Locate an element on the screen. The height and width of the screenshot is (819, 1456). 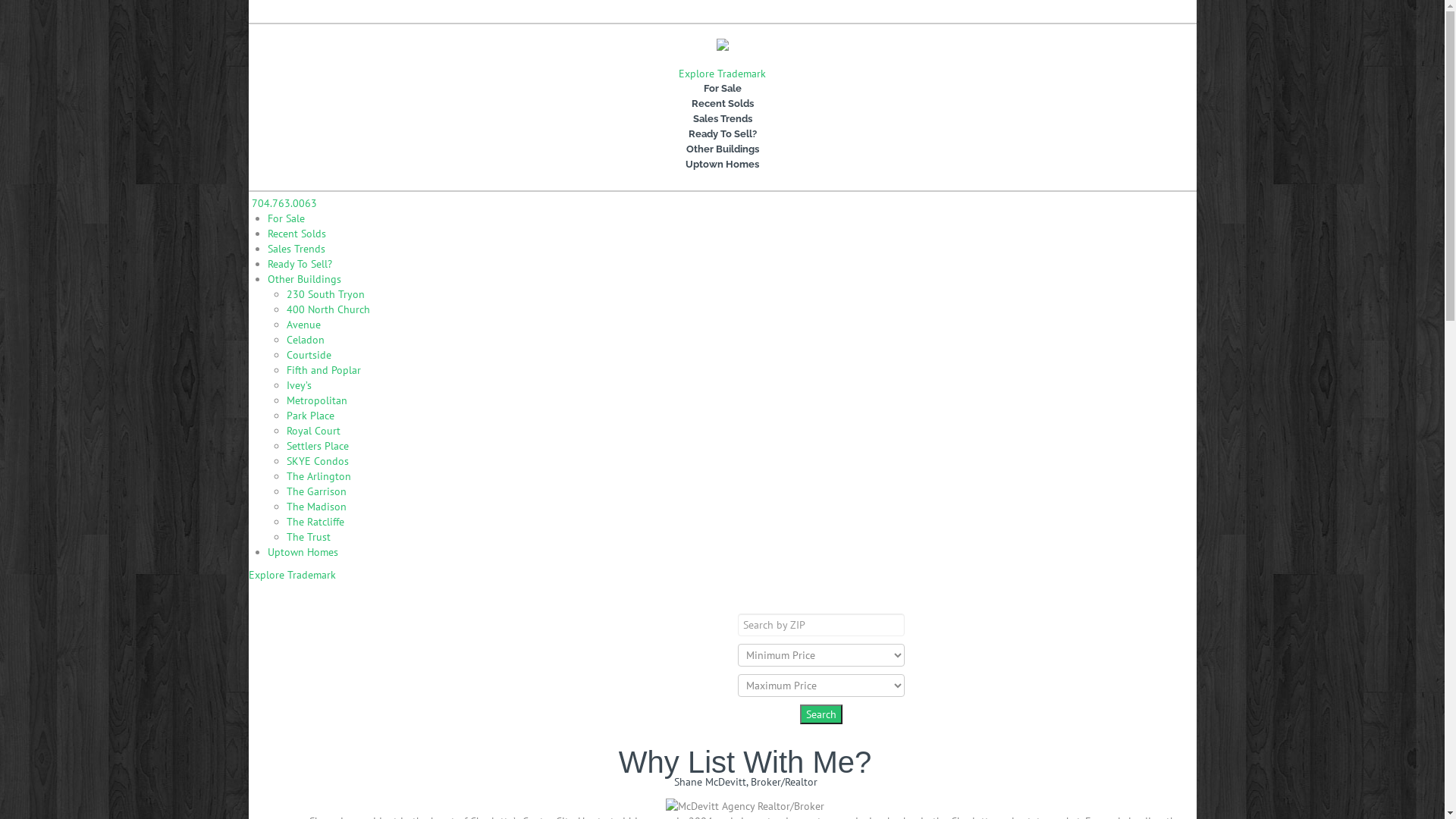
'Settlers Place' is located at coordinates (316, 444).